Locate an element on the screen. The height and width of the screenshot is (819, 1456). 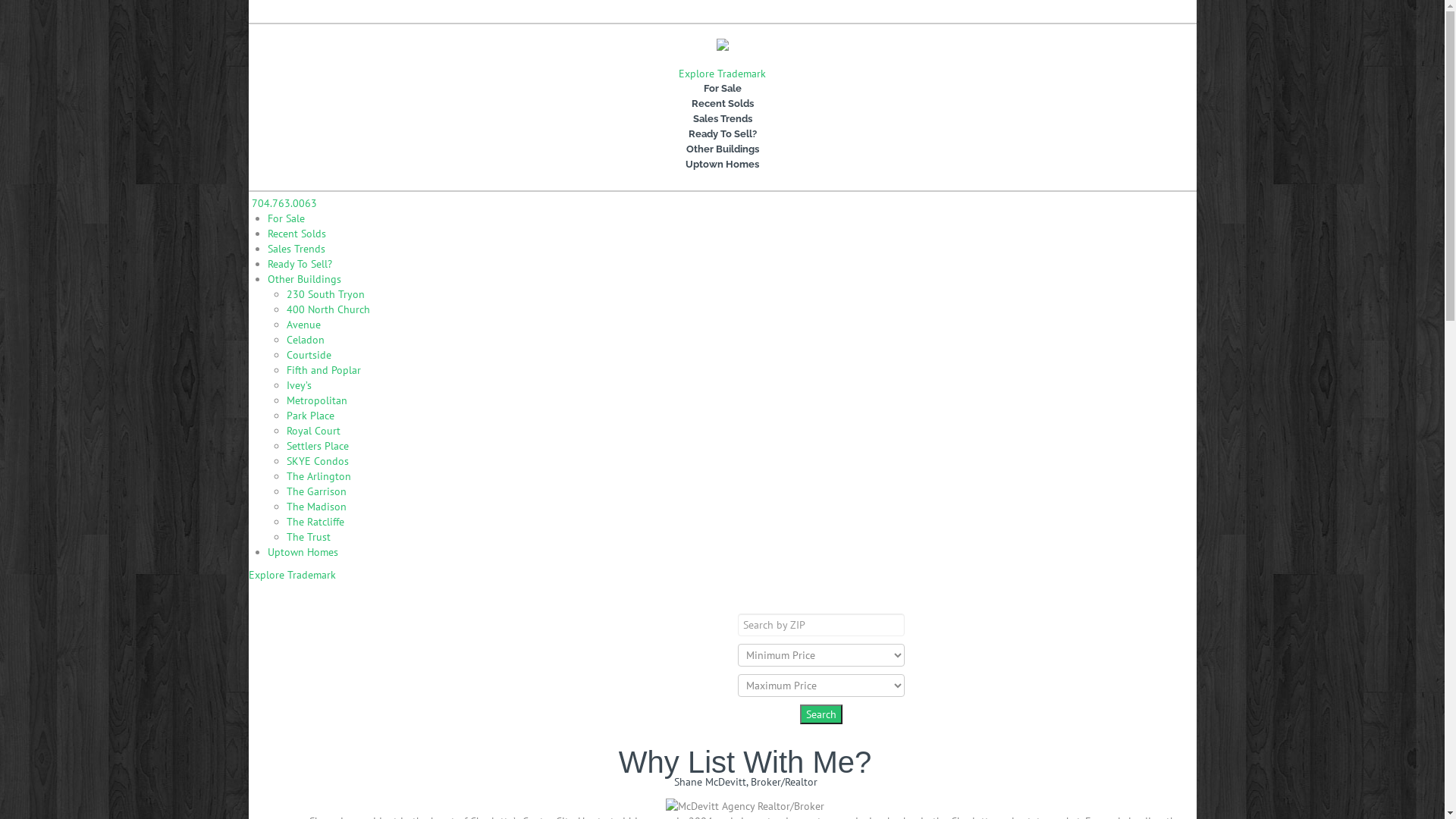
'Settlers Place' is located at coordinates (316, 444).